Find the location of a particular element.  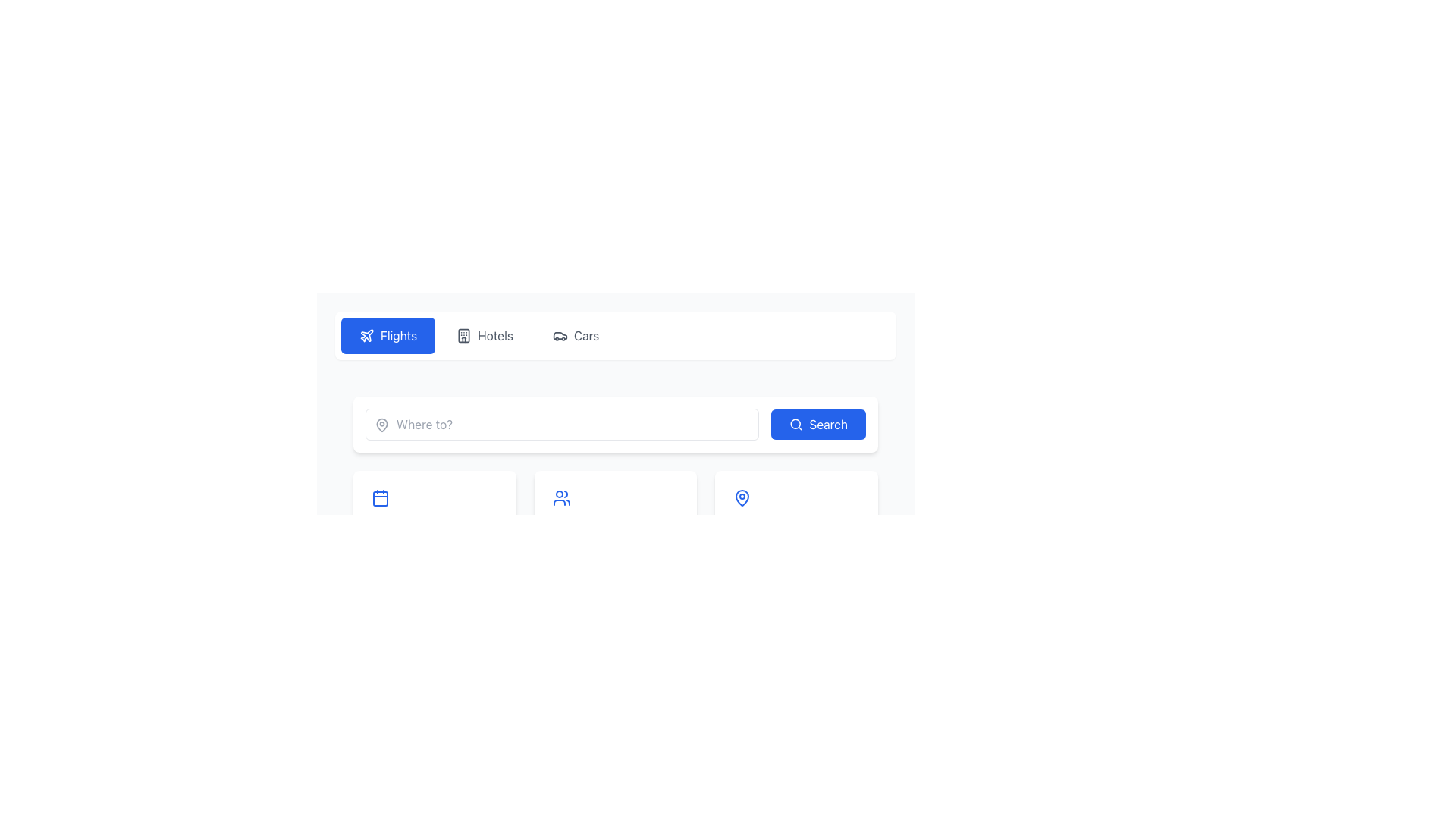

the 'Search' button located at the right end of the search criteria form for keyboard navigation is located at coordinates (817, 424).